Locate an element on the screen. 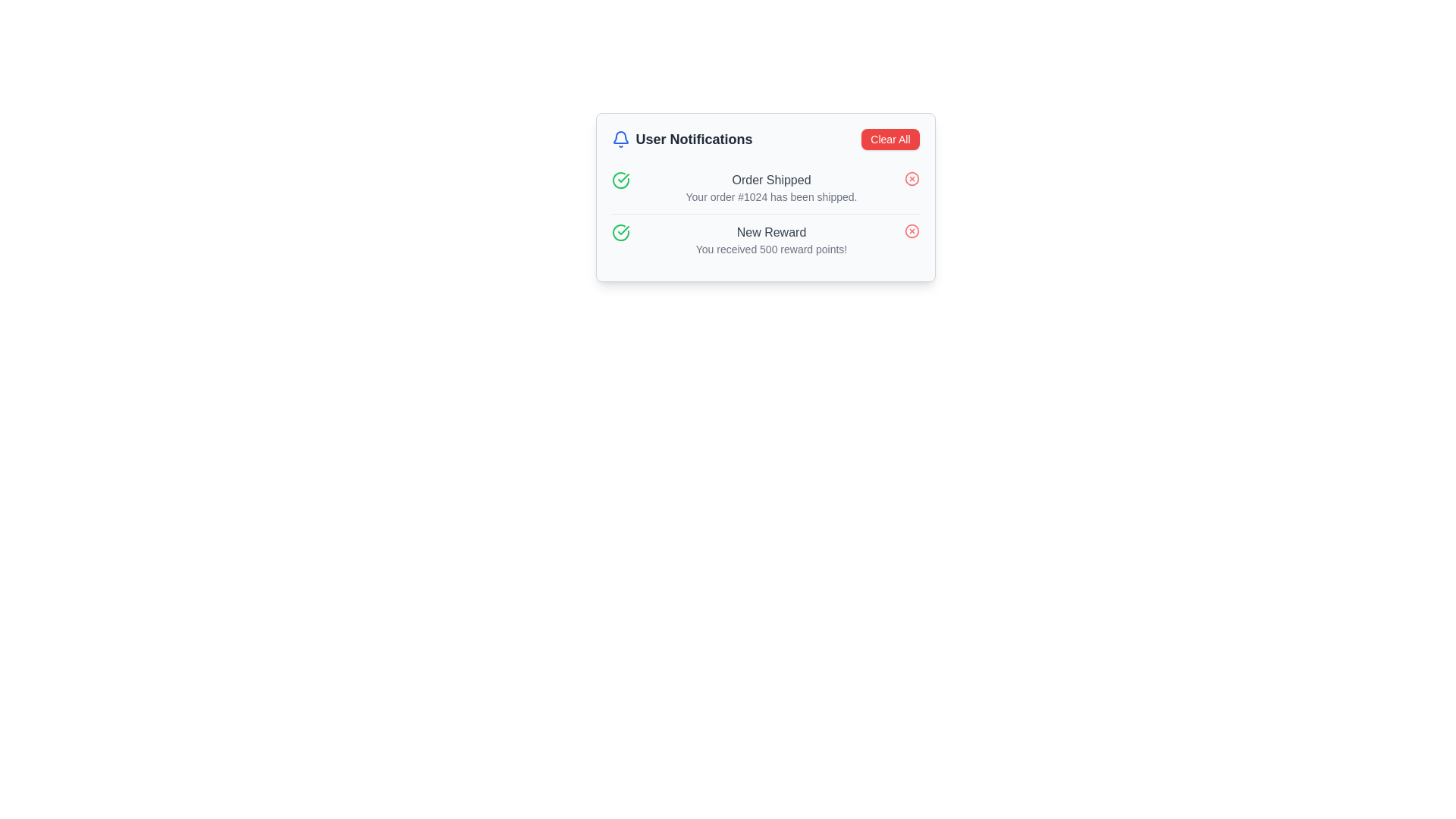  the dismiss button for the 'Order Shipped' notification is located at coordinates (911, 177).